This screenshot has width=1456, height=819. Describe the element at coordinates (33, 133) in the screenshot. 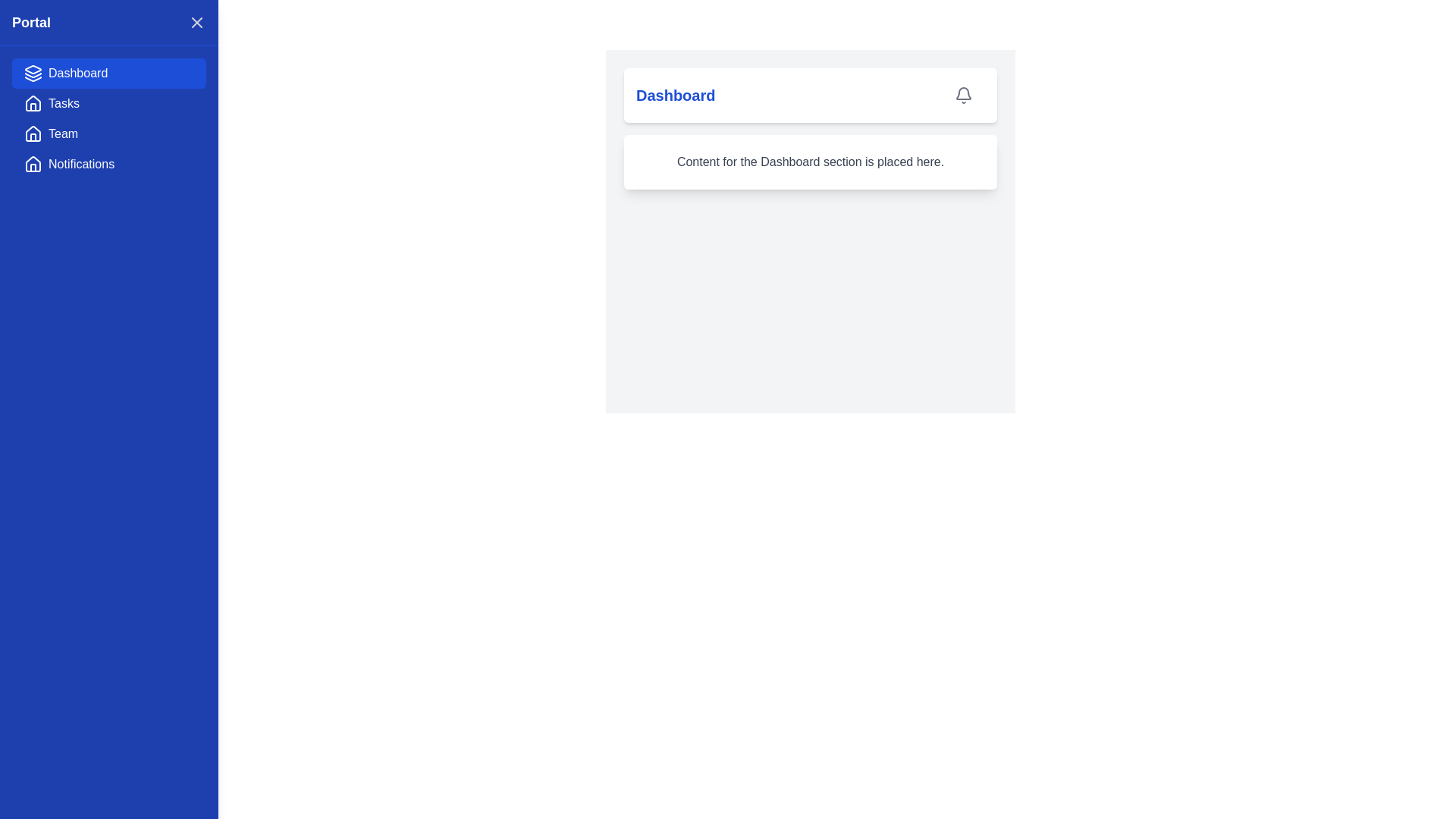

I see `the 'Team' icon in the navigation menu` at that location.